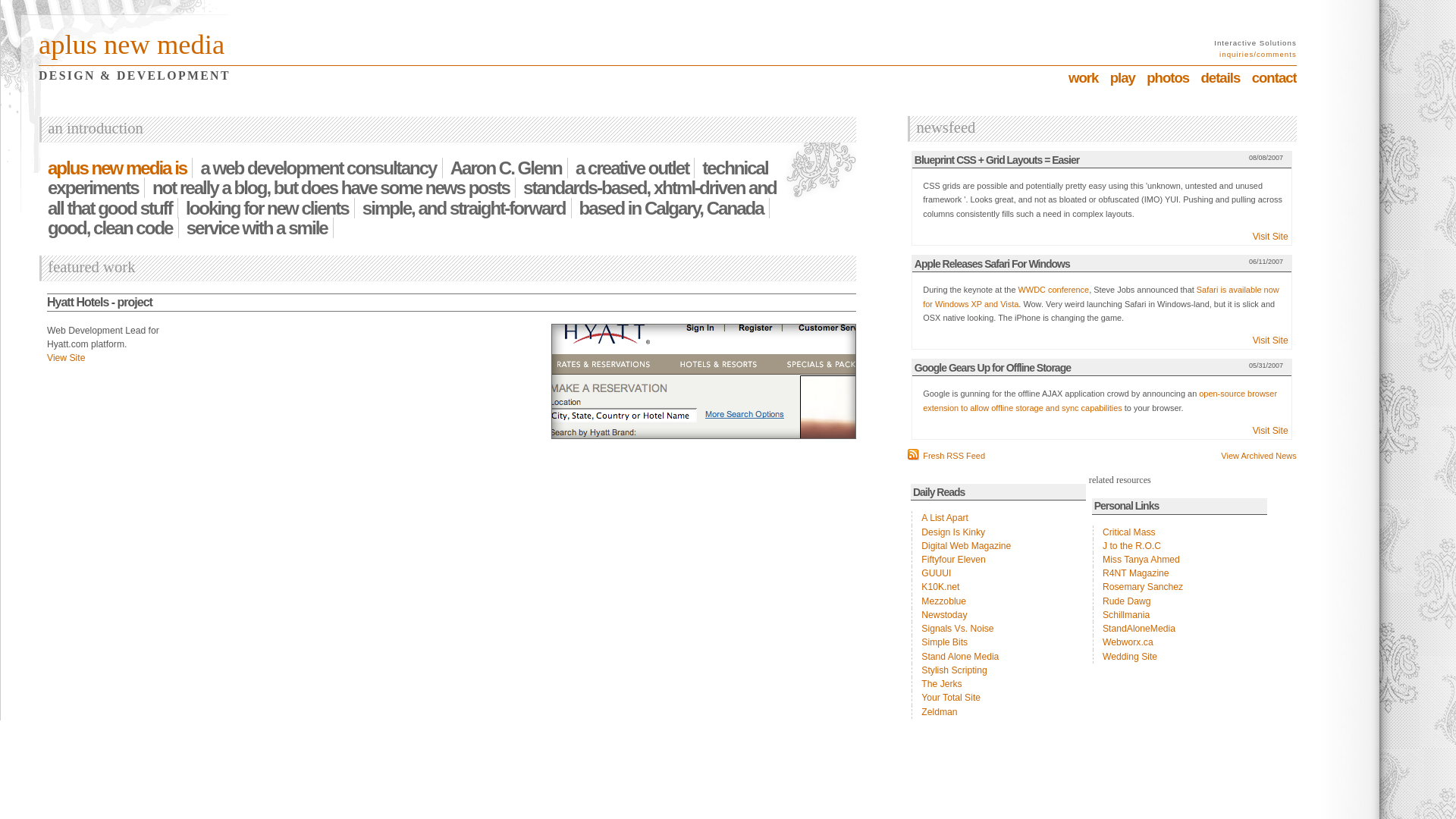 This screenshot has height=819, width=1456. What do you see at coordinates (998, 532) in the screenshot?
I see `'Design Is Kinky'` at bounding box center [998, 532].